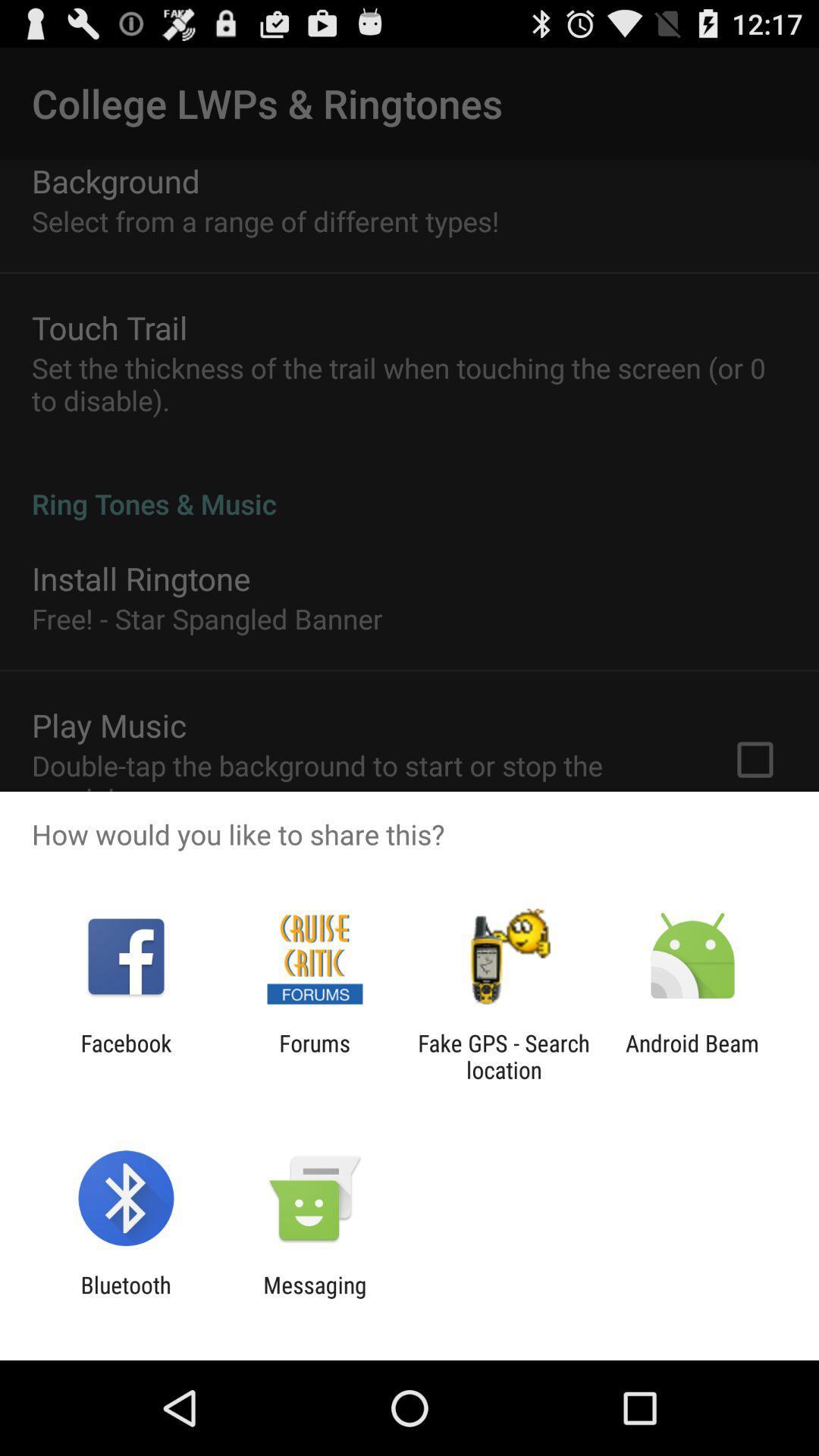 Image resolution: width=819 pixels, height=1456 pixels. What do you see at coordinates (125, 1298) in the screenshot?
I see `bluetooth icon` at bounding box center [125, 1298].